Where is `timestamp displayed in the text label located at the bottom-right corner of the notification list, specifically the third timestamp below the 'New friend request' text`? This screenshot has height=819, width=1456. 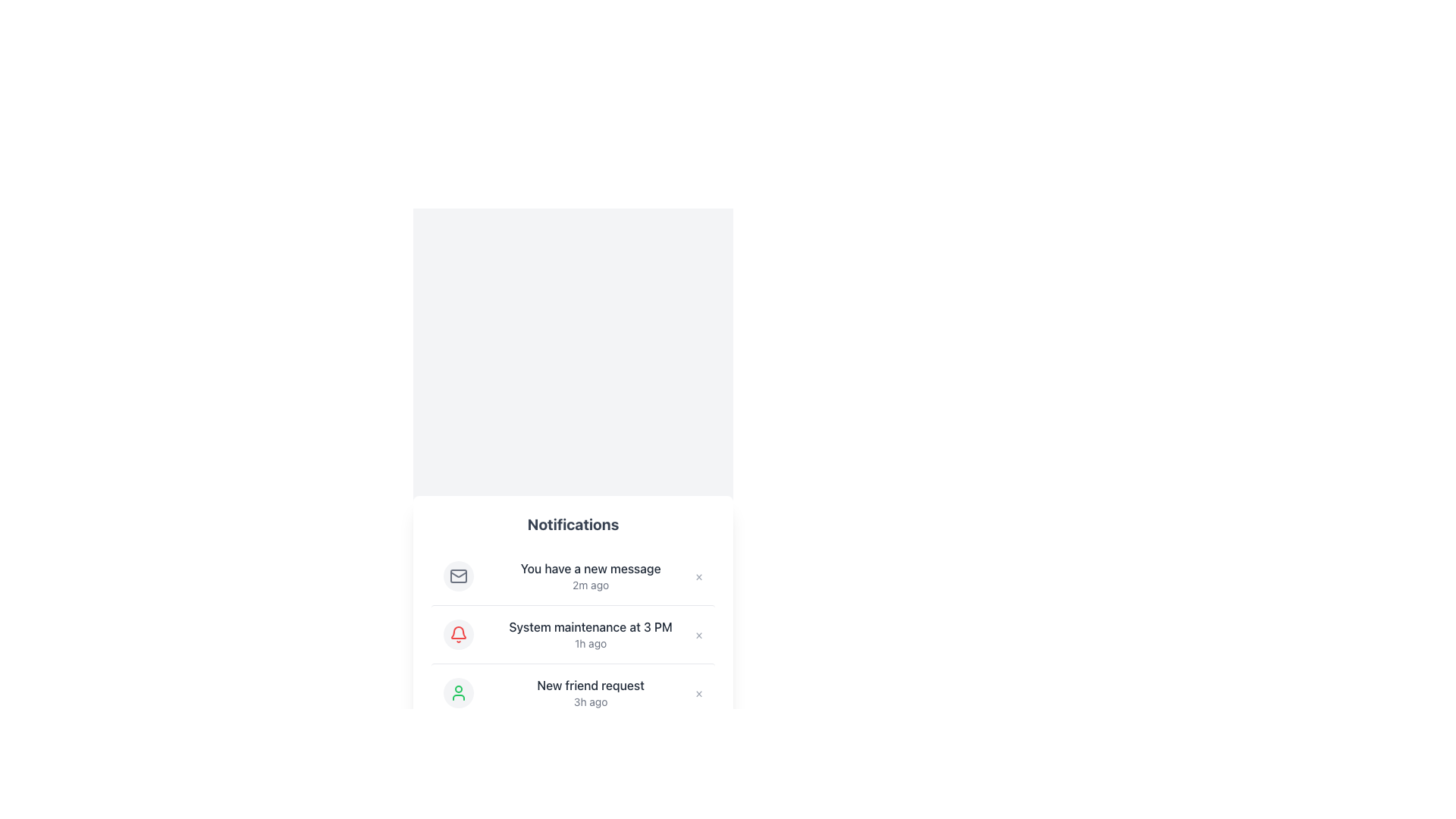
timestamp displayed in the text label located at the bottom-right corner of the notification list, specifically the third timestamp below the 'New friend request' text is located at coordinates (590, 701).